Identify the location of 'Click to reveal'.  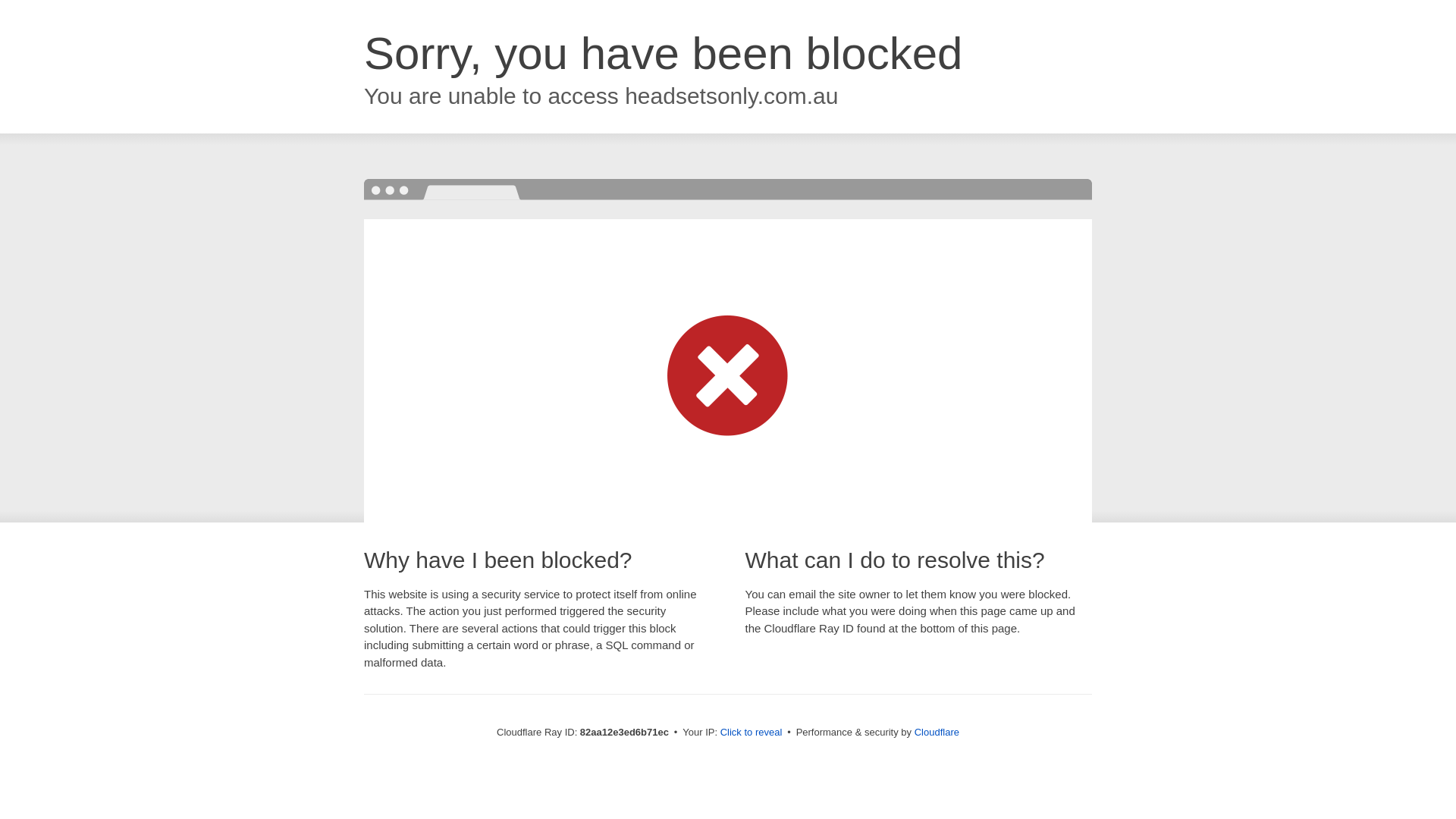
(751, 731).